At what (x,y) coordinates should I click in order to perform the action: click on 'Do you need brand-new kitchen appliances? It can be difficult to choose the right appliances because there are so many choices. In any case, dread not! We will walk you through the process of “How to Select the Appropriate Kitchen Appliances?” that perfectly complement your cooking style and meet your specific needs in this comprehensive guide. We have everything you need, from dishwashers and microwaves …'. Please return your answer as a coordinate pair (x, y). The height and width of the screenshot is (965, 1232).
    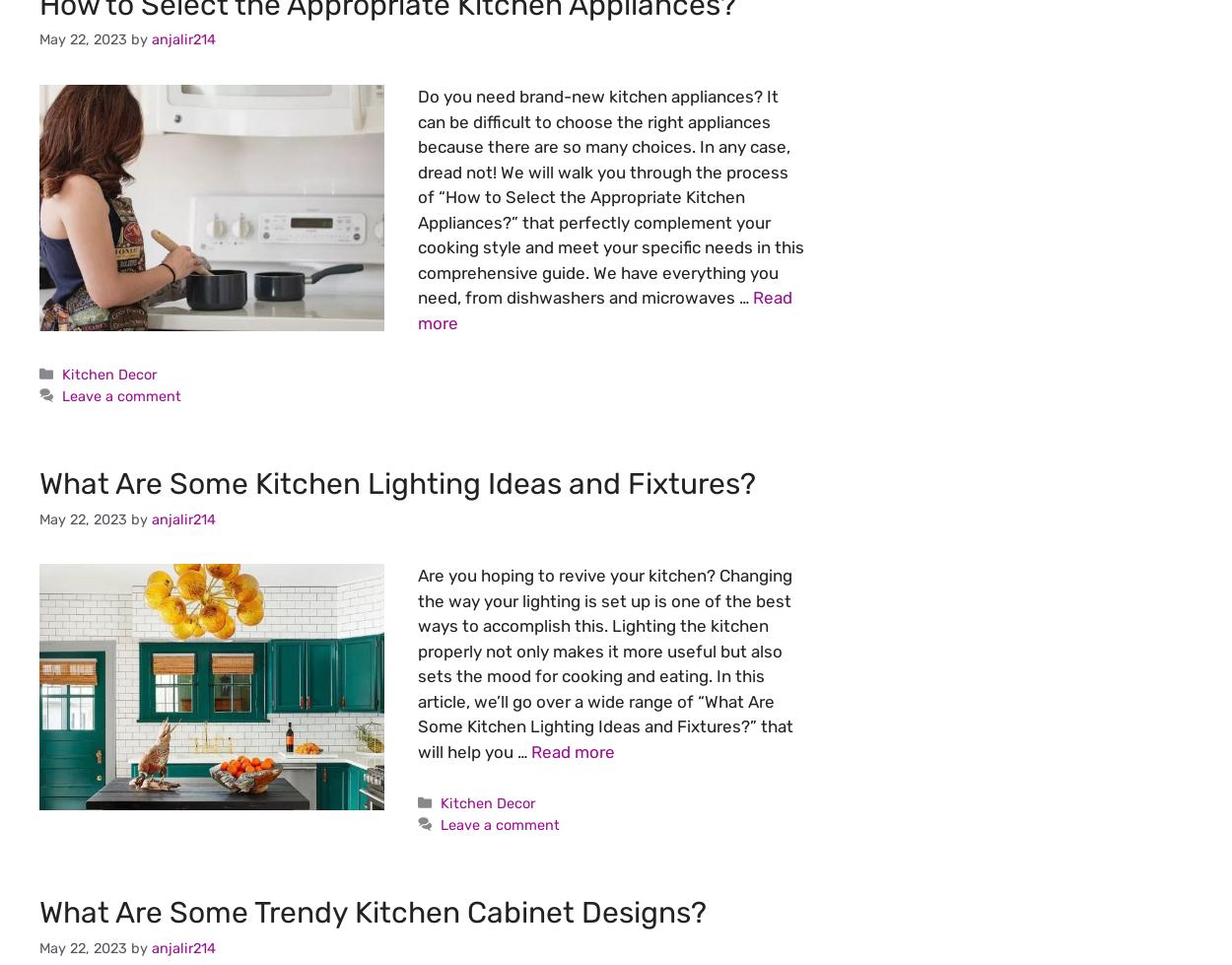
    Looking at the image, I should click on (610, 197).